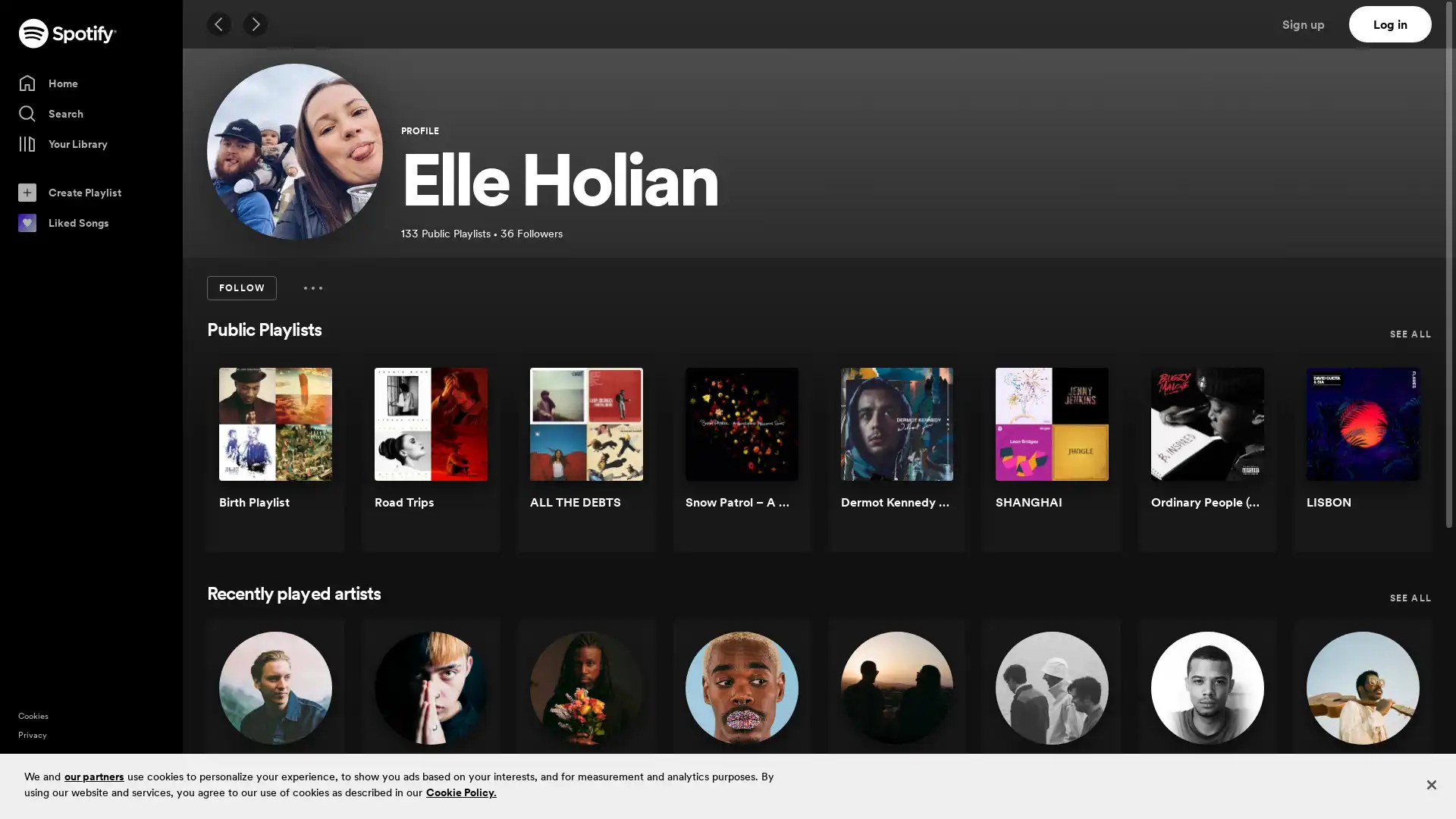 This screenshot has height=819, width=1456. I want to click on Play Curtis Harding, so click(1395, 724).